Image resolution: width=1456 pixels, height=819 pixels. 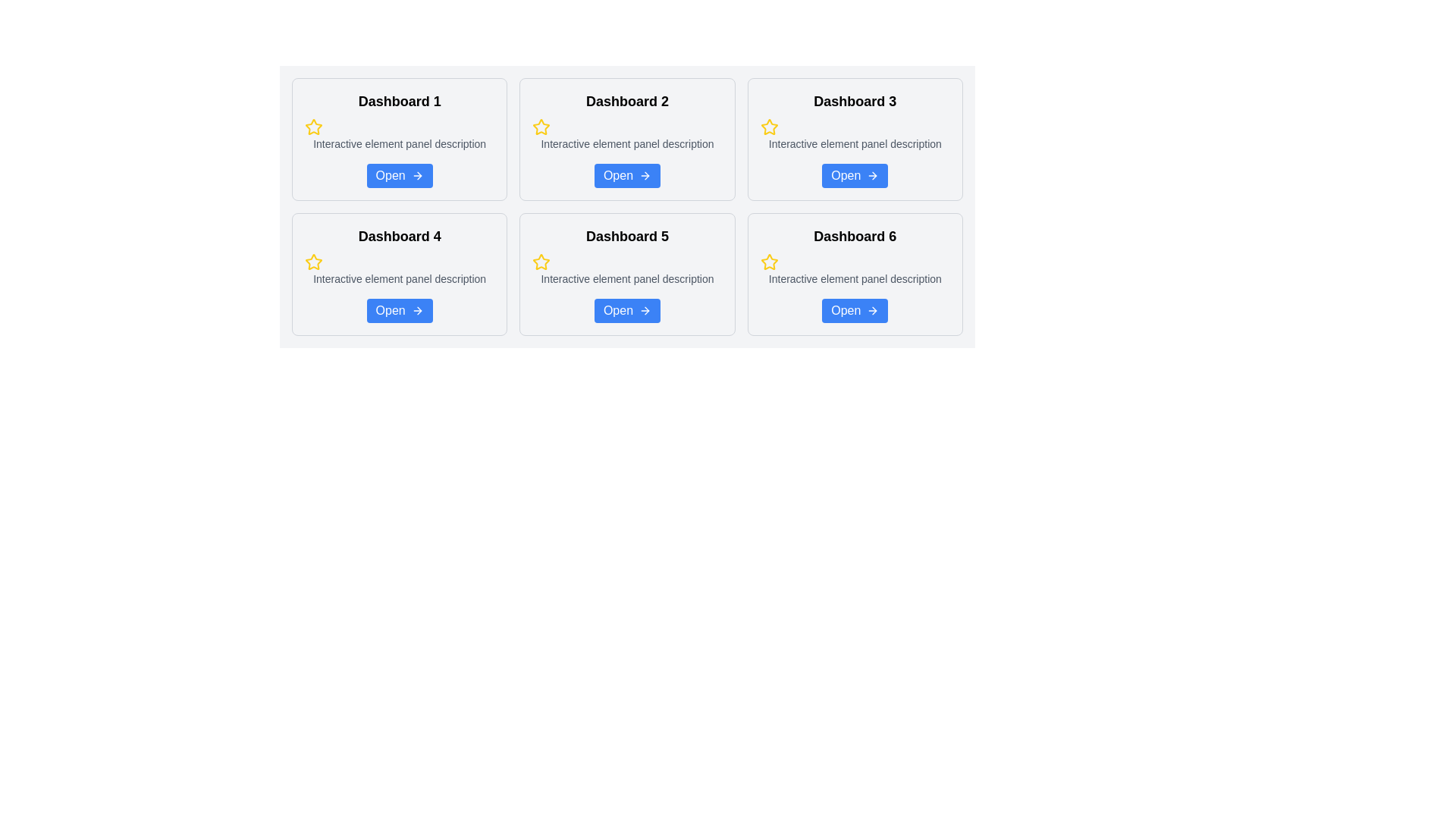 What do you see at coordinates (647, 174) in the screenshot?
I see `the arrow icon within the 'Open' button for the second dashboard in the first row of the 3x2 grid layout` at bounding box center [647, 174].